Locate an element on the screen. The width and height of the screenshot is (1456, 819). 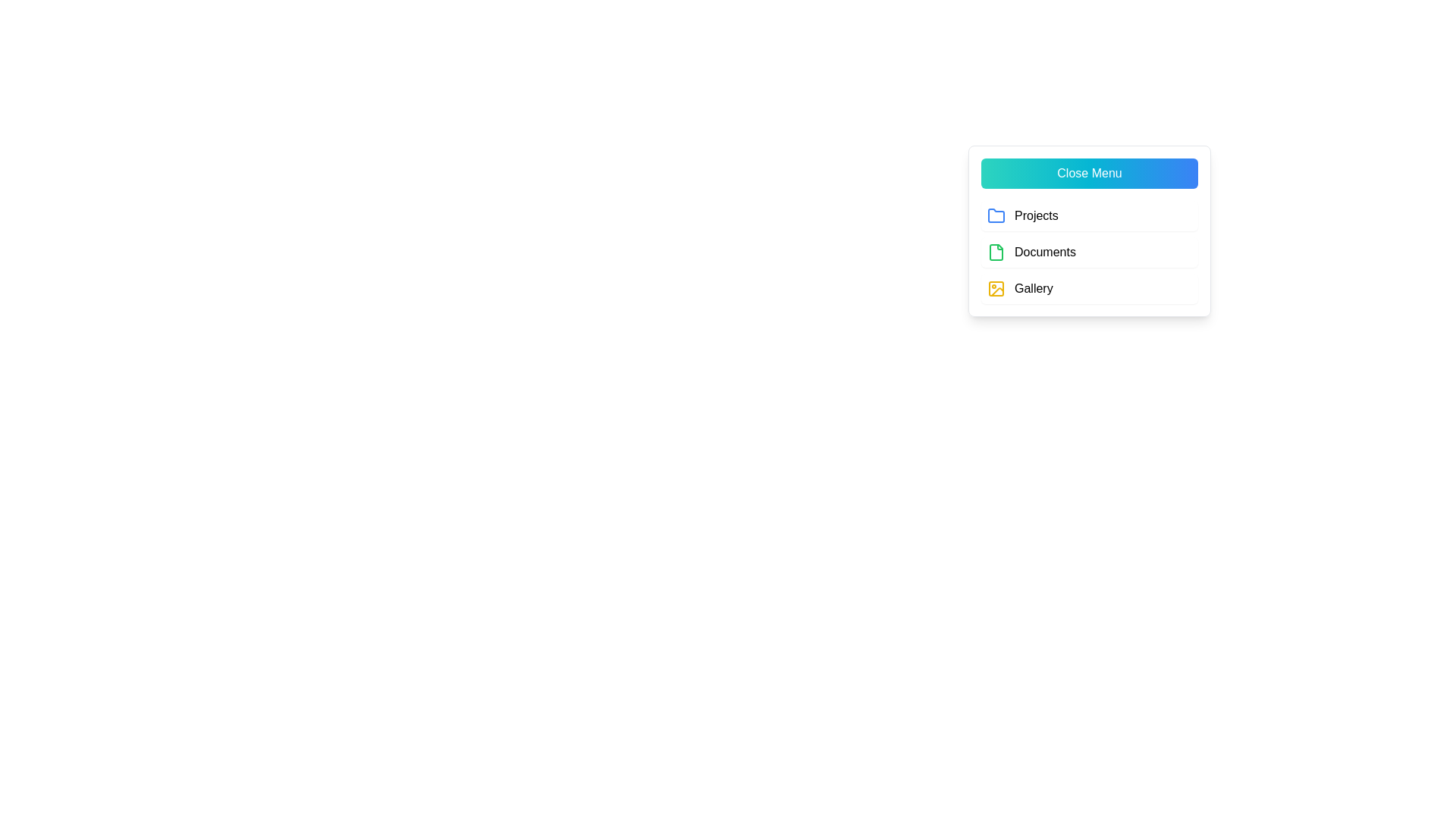
the 'Documents' menu item is located at coordinates (1088, 251).